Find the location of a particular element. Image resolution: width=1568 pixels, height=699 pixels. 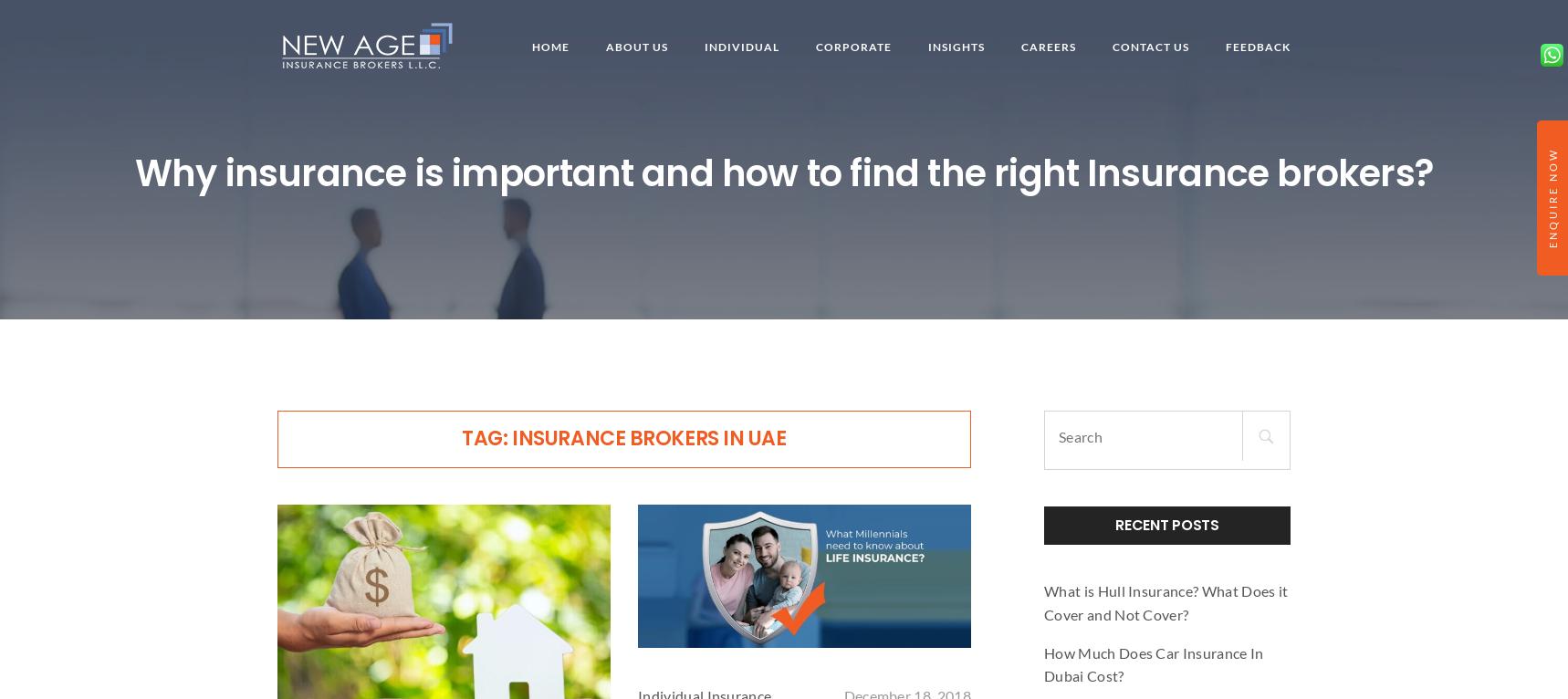

'Enquire Now' is located at coordinates (1546, 198).